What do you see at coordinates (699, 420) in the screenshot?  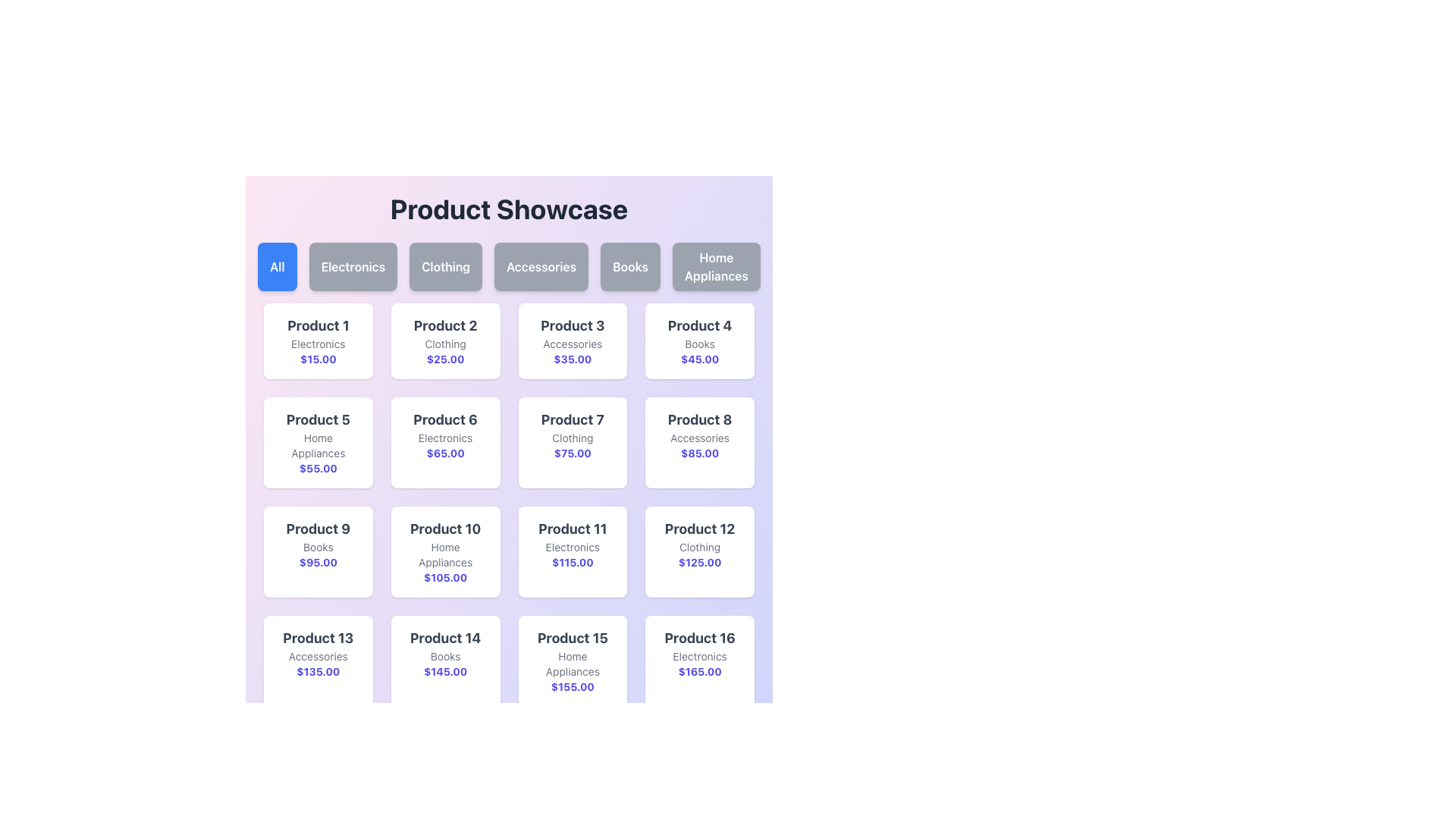 I see `the text element displaying the product name 'Product 8', which is located at the top section of the card in the second row, fourth column of the product showcase grid` at bounding box center [699, 420].